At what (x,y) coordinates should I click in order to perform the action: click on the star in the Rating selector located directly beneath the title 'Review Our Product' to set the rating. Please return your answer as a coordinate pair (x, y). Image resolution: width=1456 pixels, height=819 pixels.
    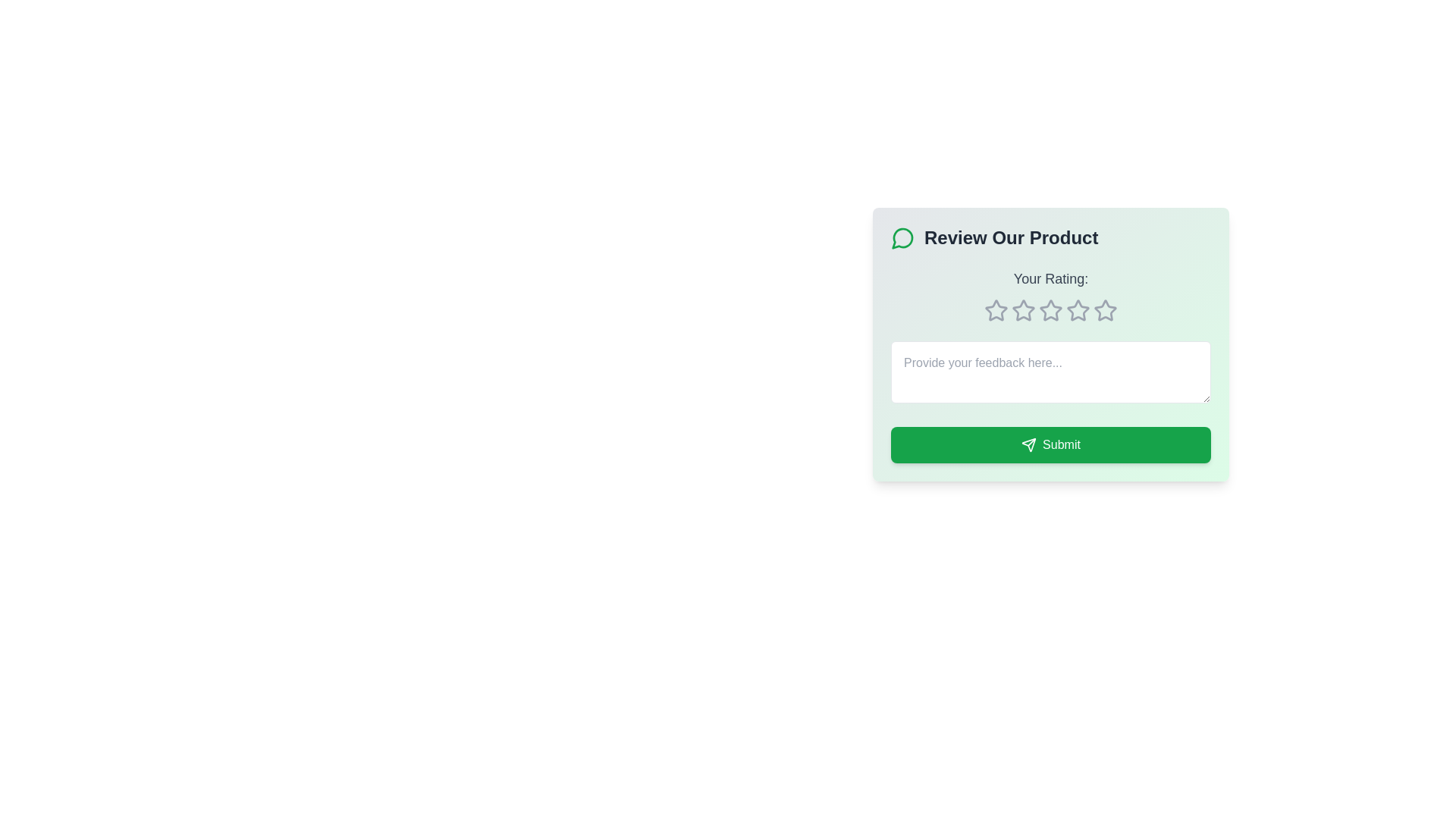
    Looking at the image, I should click on (1050, 295).